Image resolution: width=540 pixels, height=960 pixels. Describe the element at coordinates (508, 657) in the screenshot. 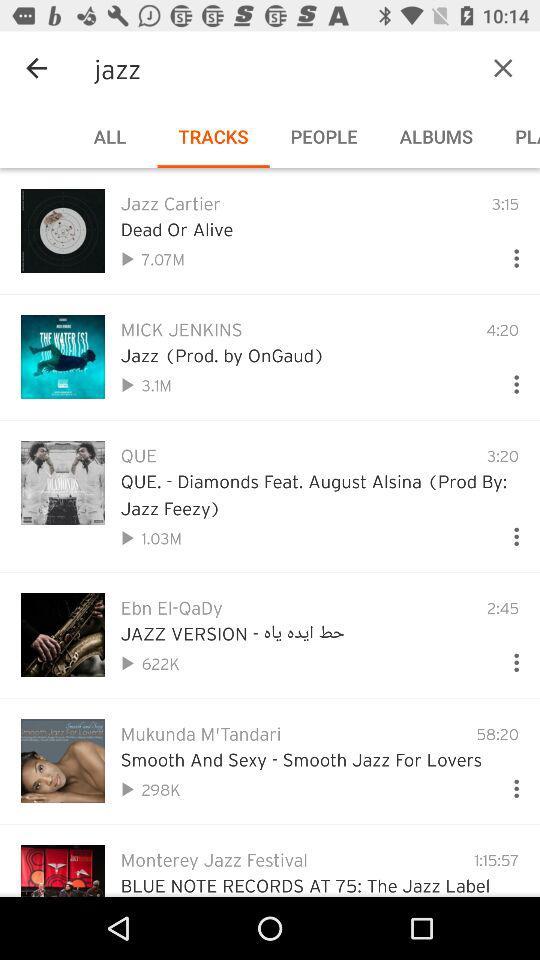

I see `more options` at that location.